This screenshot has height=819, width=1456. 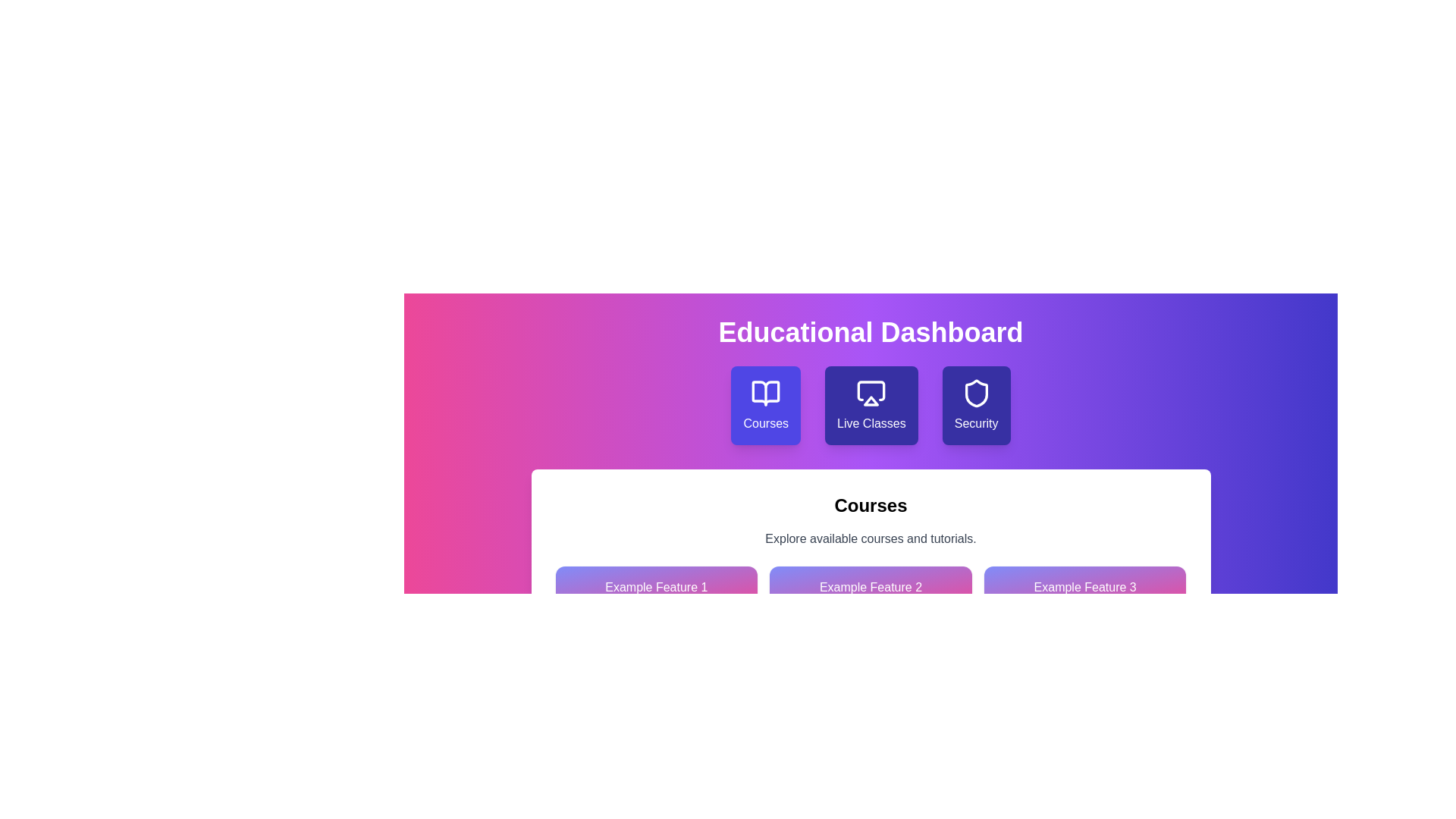 I want to click on the button labeled 'Live Classes' to observe the visual effect, so click(x=871, y=405).